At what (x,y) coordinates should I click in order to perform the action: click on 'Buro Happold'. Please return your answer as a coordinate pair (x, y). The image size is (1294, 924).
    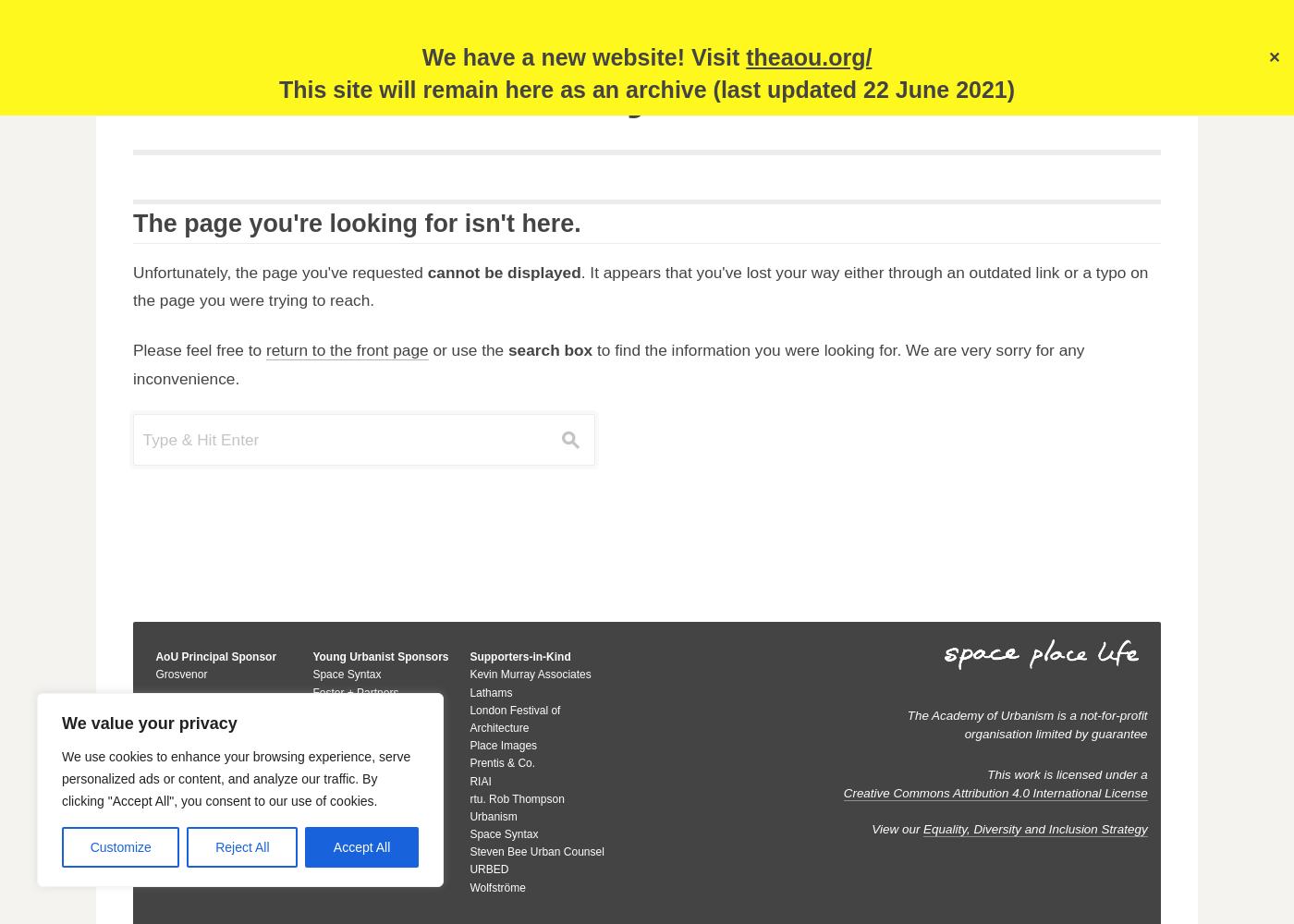
    Looking at the image, I should click on (189, 746).